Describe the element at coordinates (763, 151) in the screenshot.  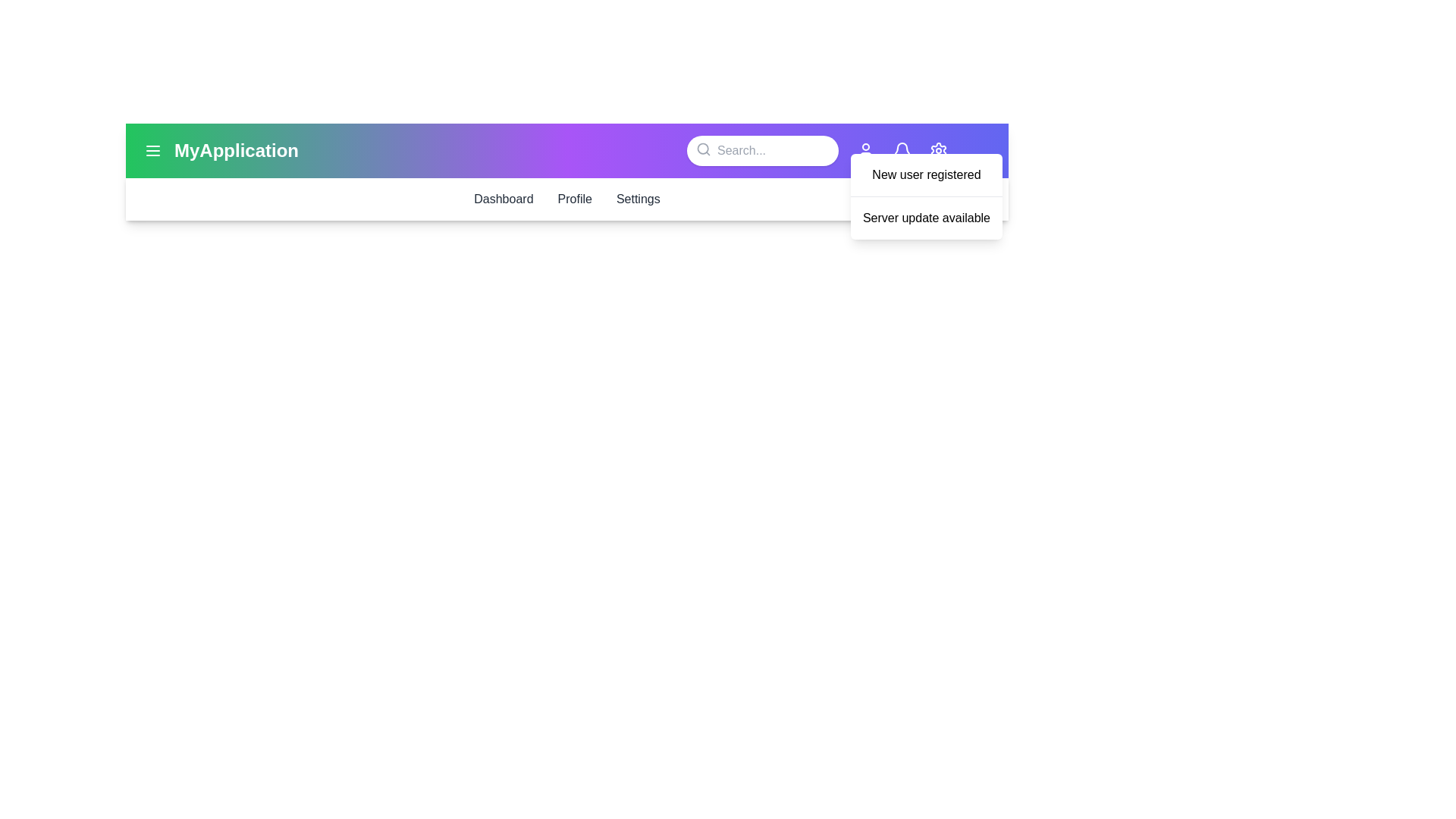
I see `the search bar and type 'example text'` at that location.